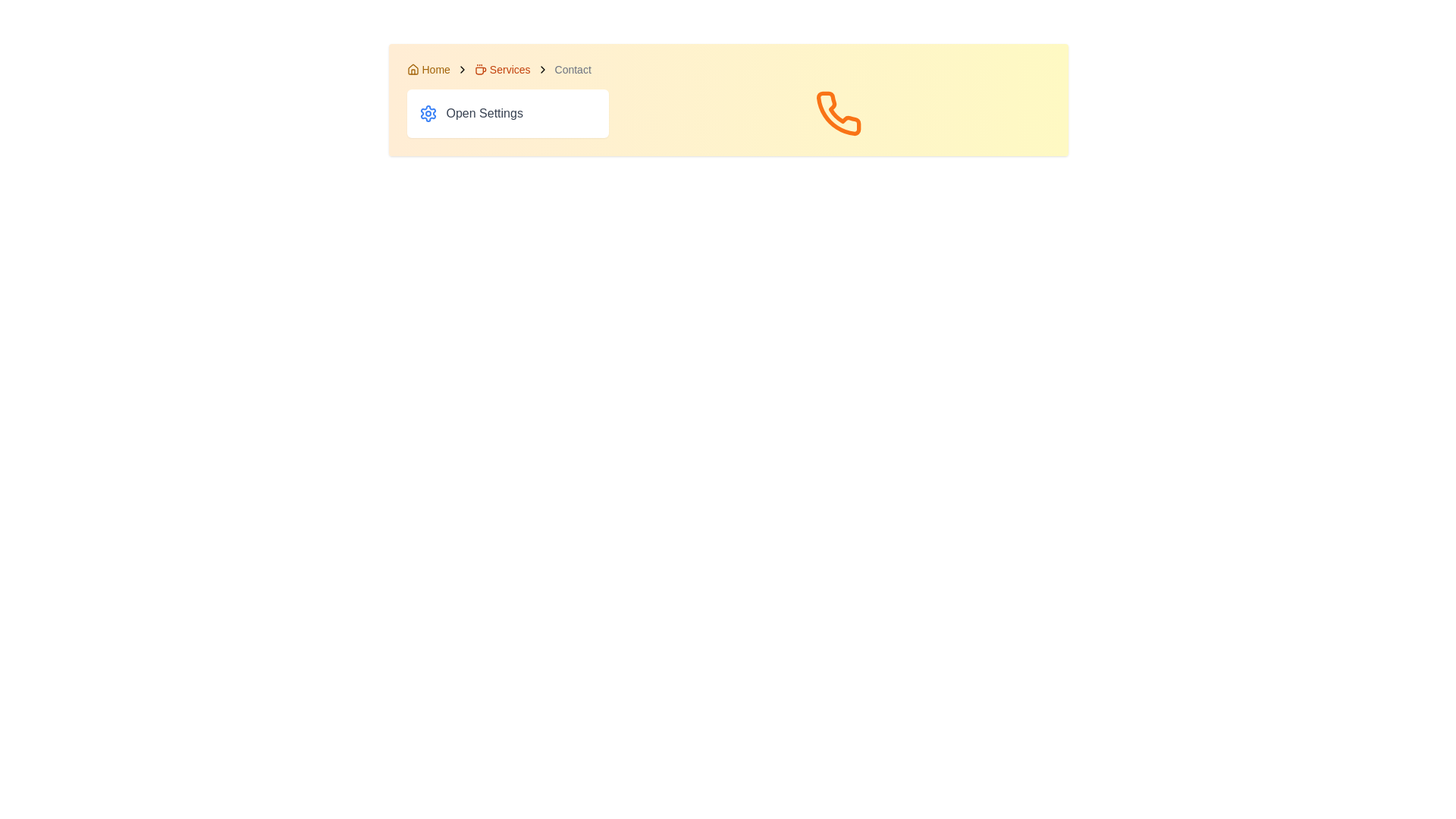 The image size is (1456, 819). I want to click on the 'Services' navigation link located in the breadcrumb navigation bar, so click(502, 70).